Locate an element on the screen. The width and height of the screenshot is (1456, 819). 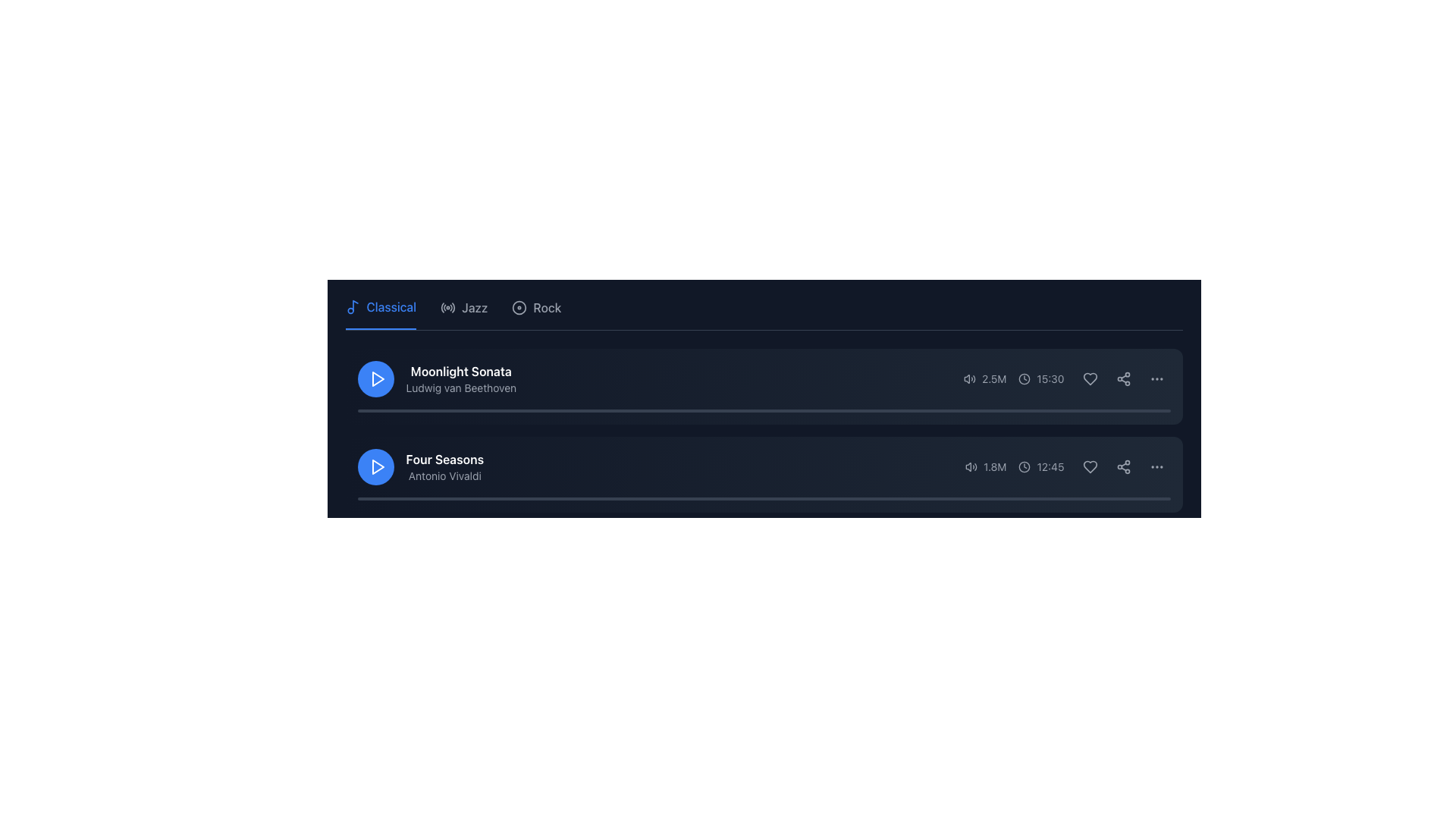
the label displaying the name of the composer associated with the musical piece 'Moonlight Sonata', which is positioned directly beneath the title is located at coordinates (460, 388).